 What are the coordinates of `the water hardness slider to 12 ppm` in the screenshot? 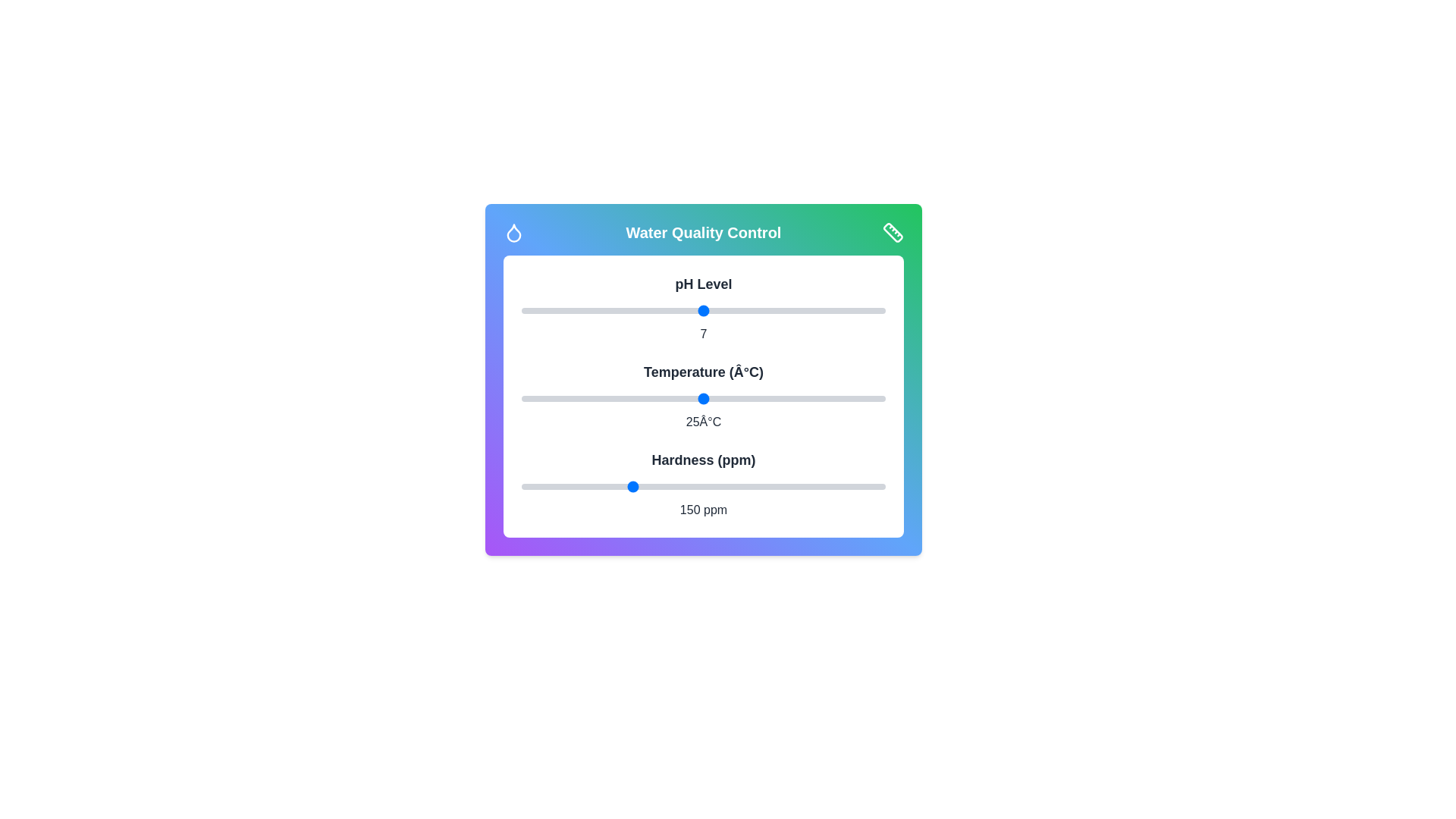 It's located at (530, 486).